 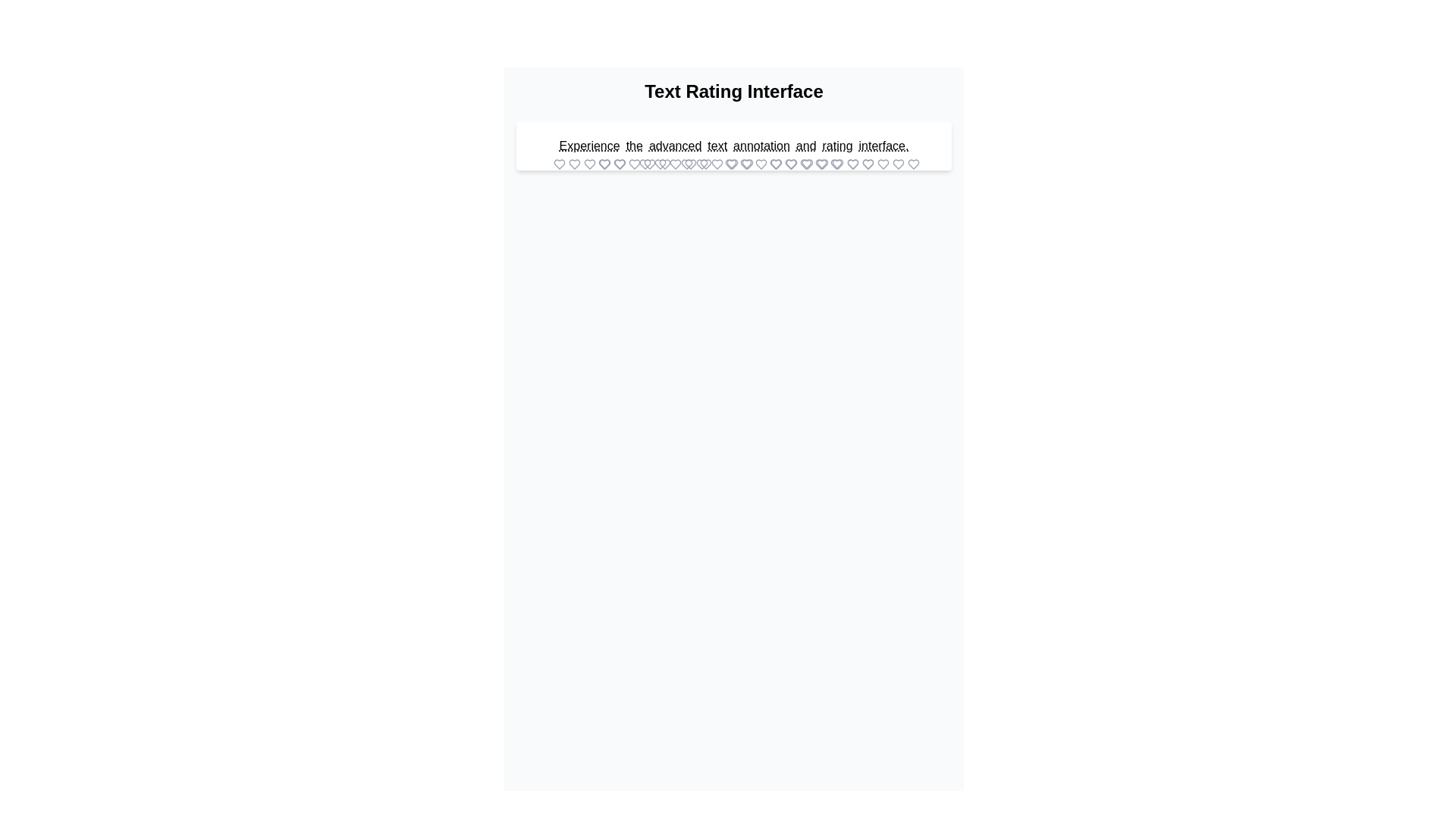 I want to click on the word interface. to select it for rating, so click(x=883, y=146).